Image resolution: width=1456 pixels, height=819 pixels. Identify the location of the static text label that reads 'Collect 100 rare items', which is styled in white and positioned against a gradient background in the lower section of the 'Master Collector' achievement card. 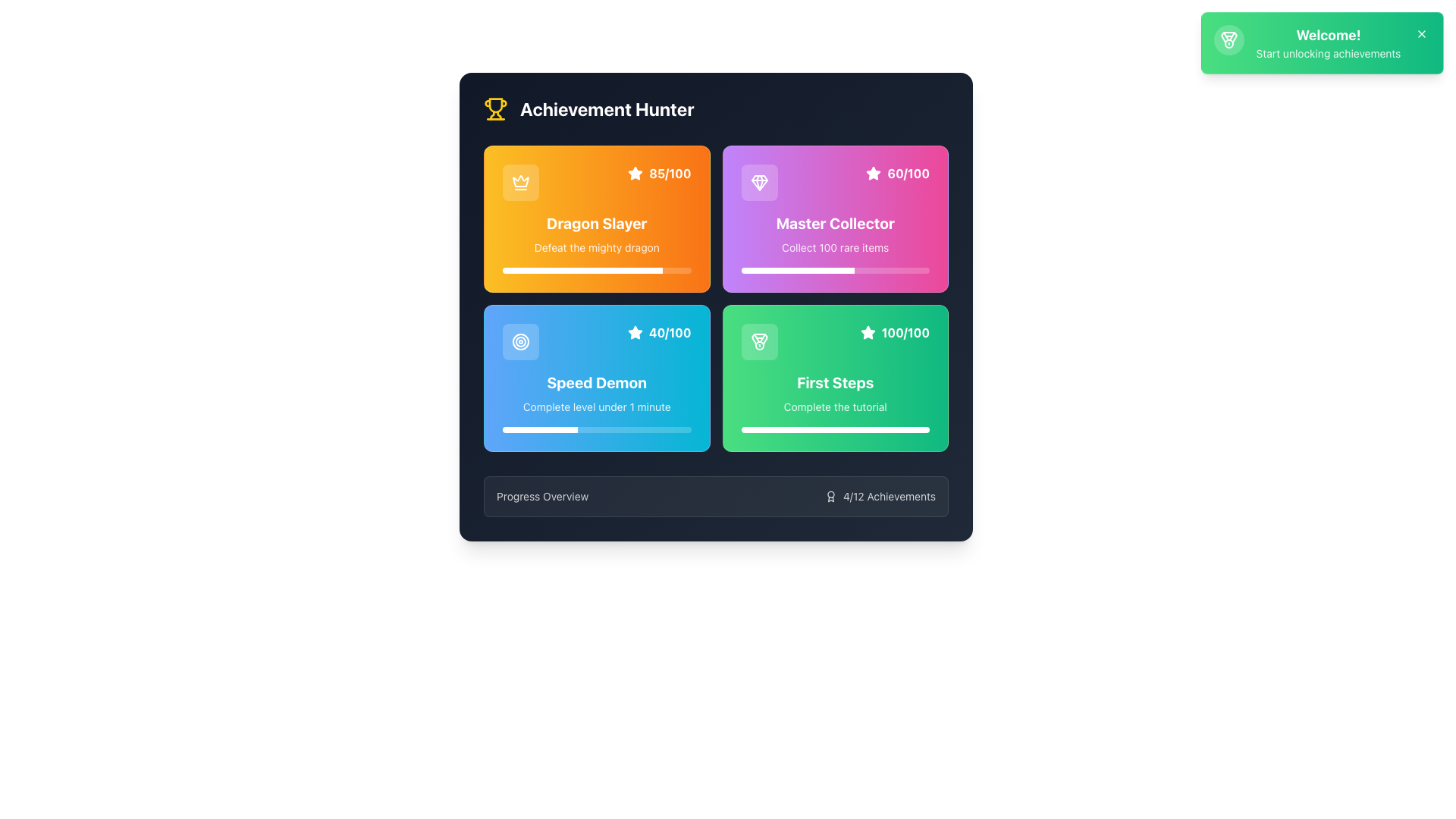
(834, 247).